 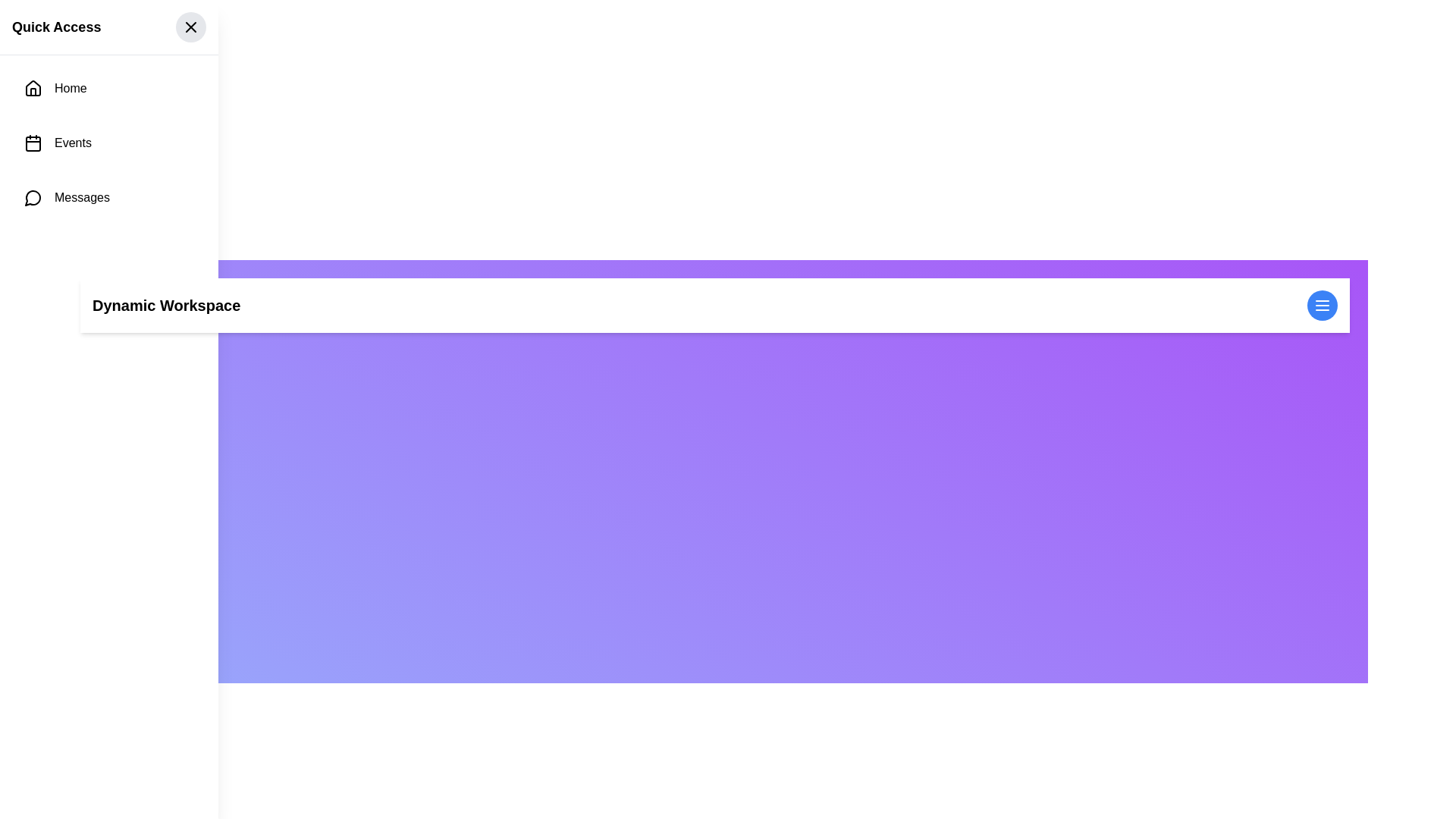 I want to click on the Close button icon located in the top-right corner of the sidebar, so click(x=190, y=27).